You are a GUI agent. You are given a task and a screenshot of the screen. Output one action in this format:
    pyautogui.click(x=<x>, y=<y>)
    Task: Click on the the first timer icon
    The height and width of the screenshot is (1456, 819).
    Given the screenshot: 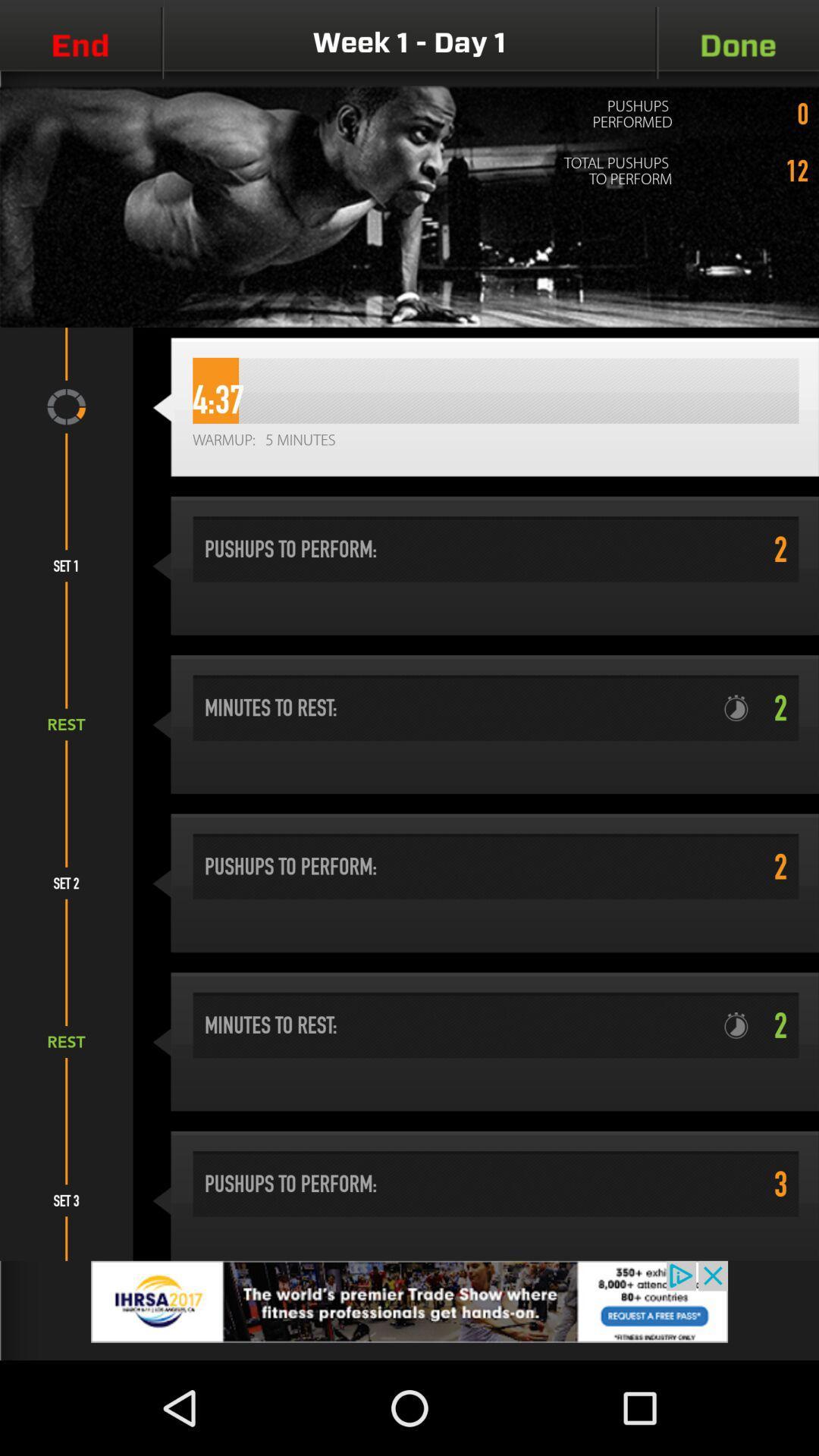 What is the action you would take?
    pyautogui.click(x=742, y=708)
    